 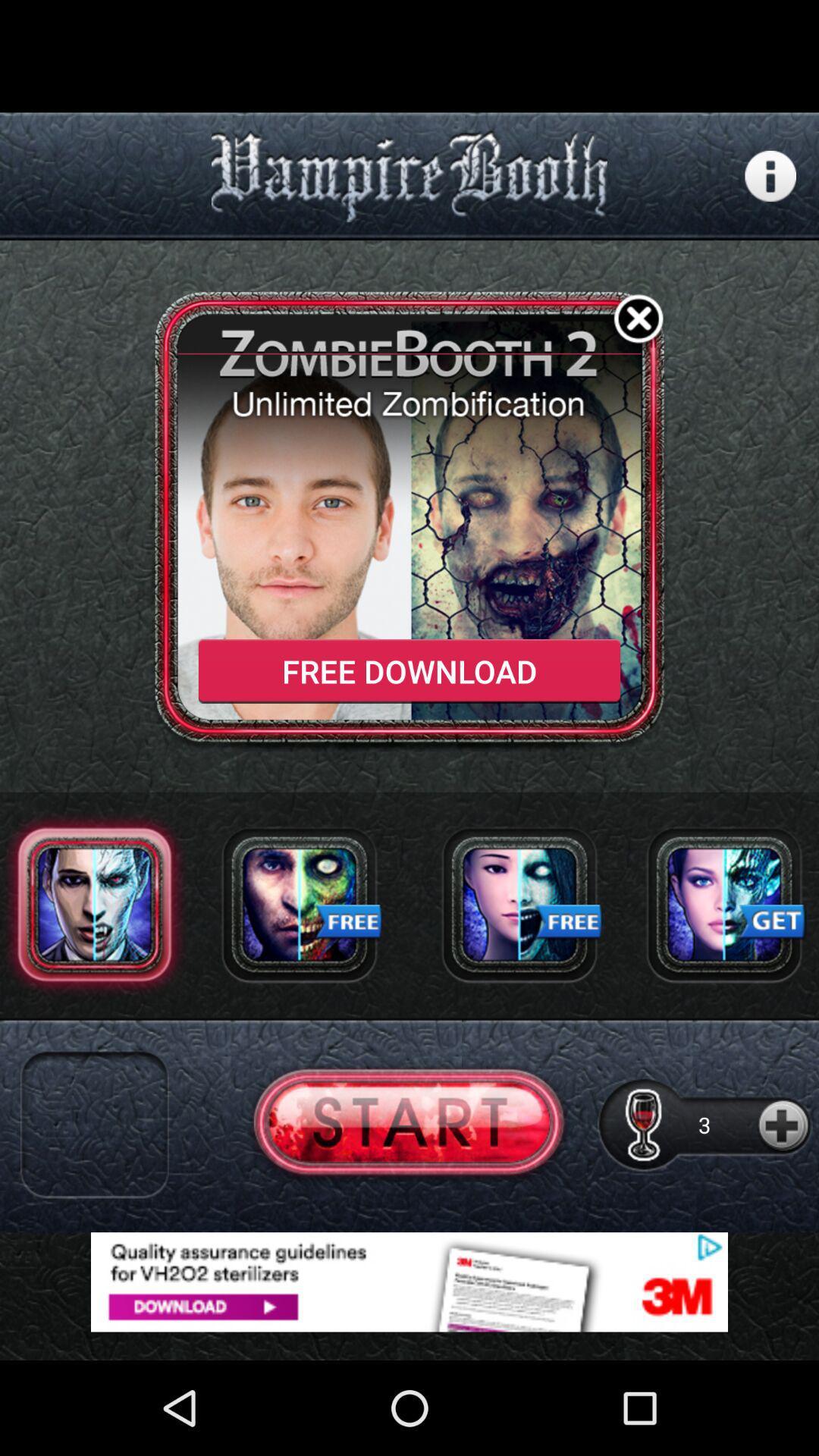 I want to click on more information, so click(x=770, y=176).